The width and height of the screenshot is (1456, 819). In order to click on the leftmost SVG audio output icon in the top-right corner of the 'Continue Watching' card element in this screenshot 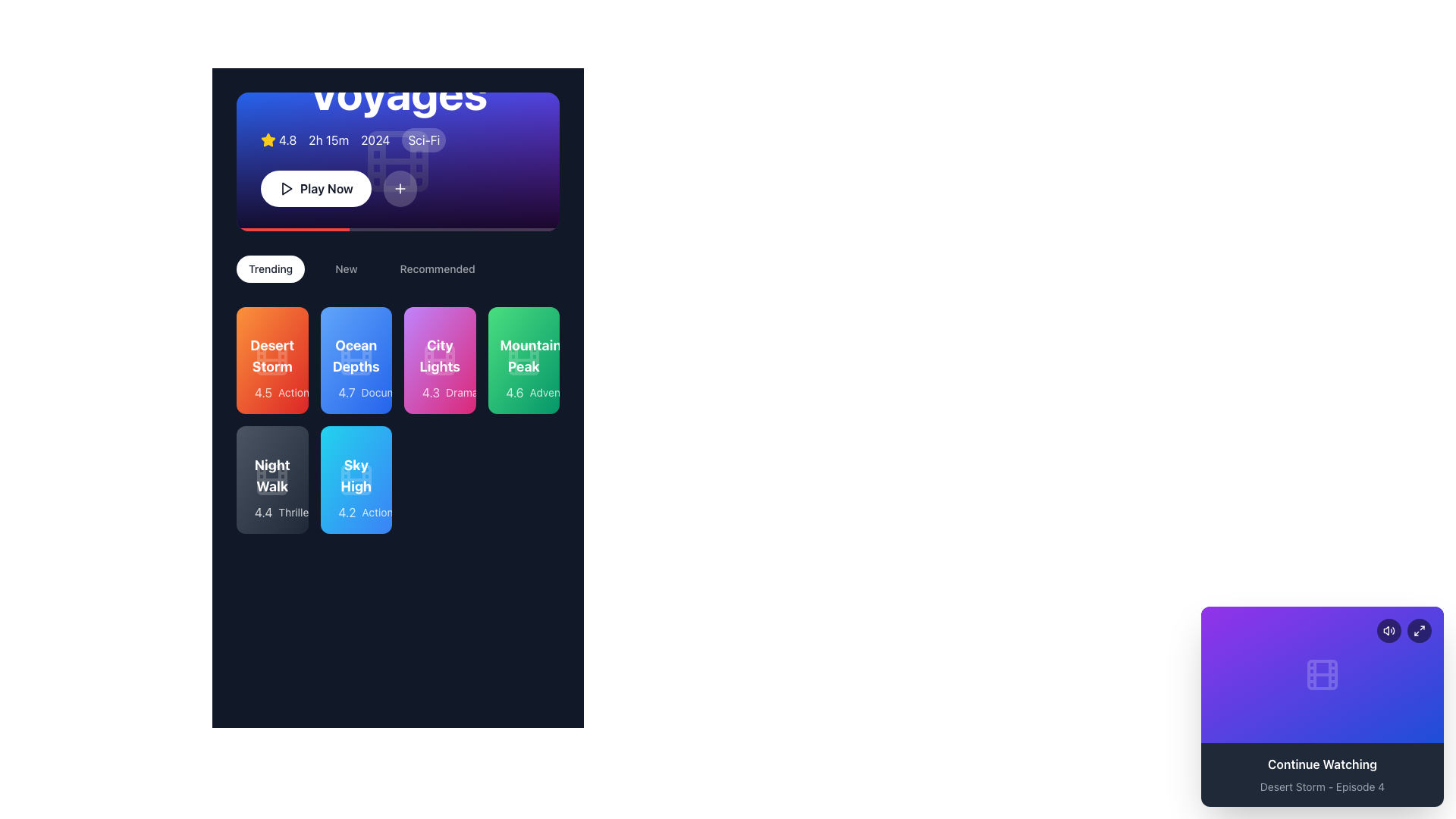, I will do `click(1386, 631)`.